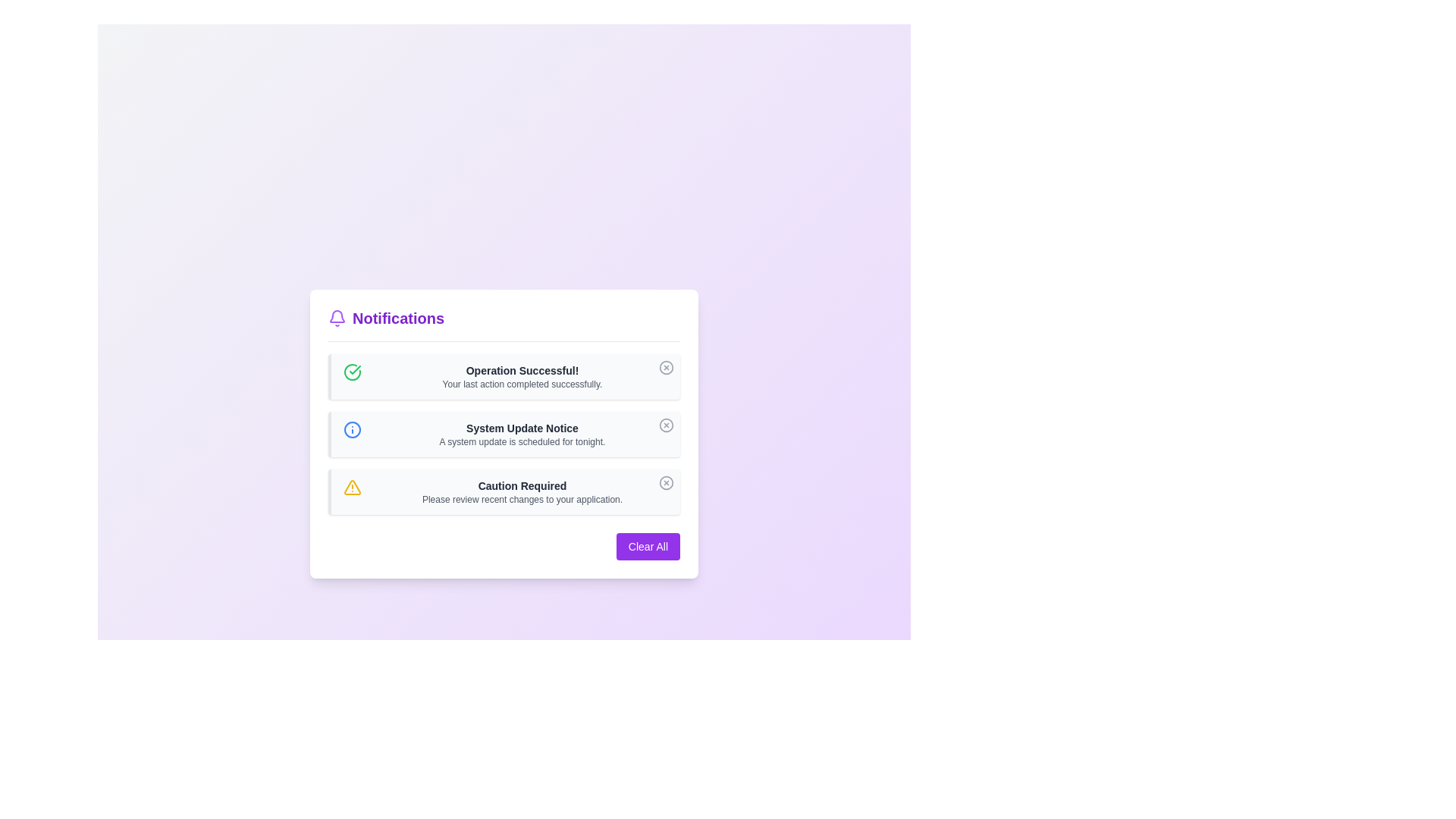  Describe the element at coordinates (666, 425) in the screenshot. I see `the circular SVG element in the second notification entry for keyboard actions` at that location.